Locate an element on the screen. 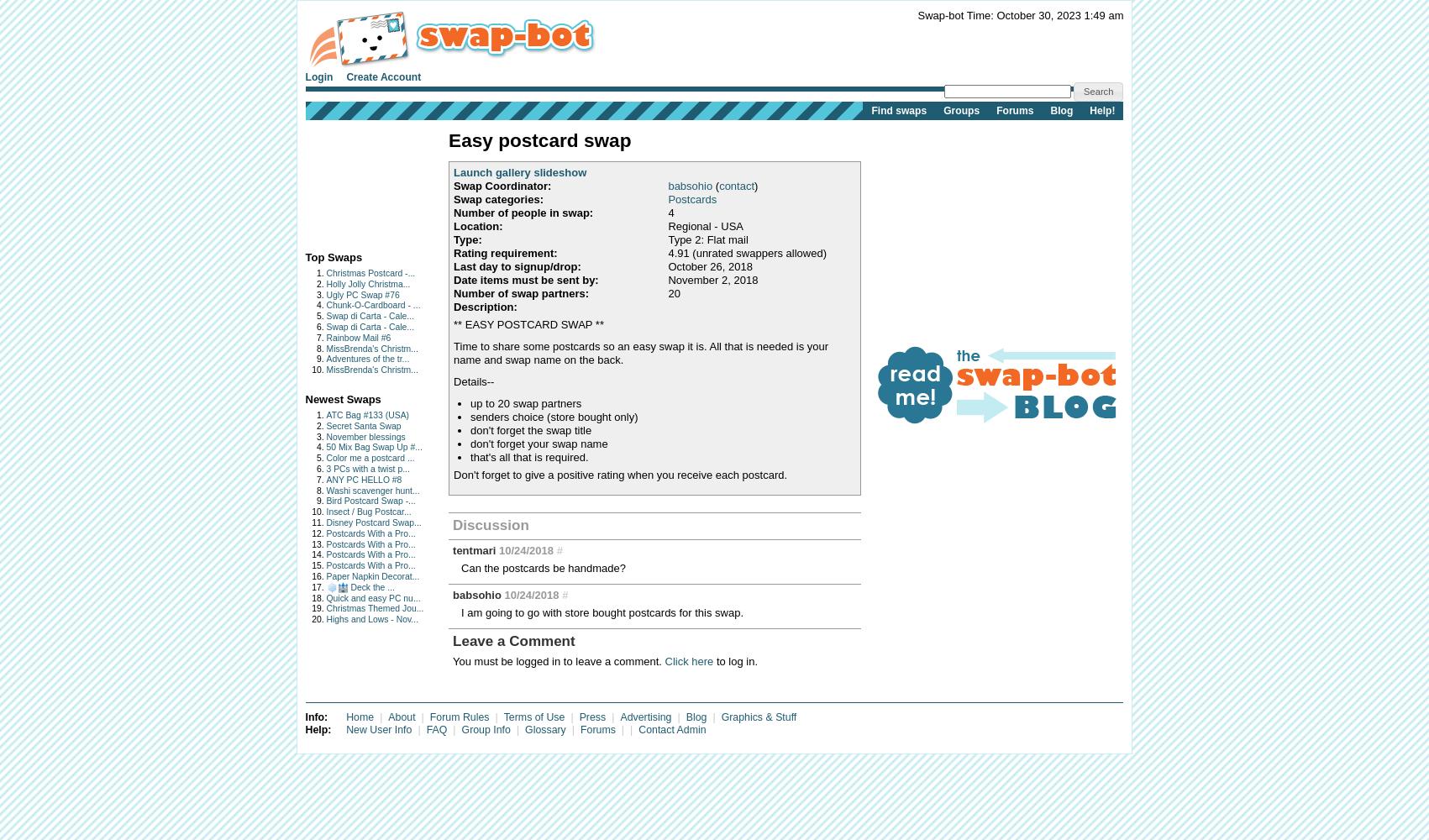 The width and height of the screenshot is (1429, 840). 'Time to share some postcards so an easy swap it is.
All that is needed is your name and swap name on the back.' is located at coordinates (641, 352).